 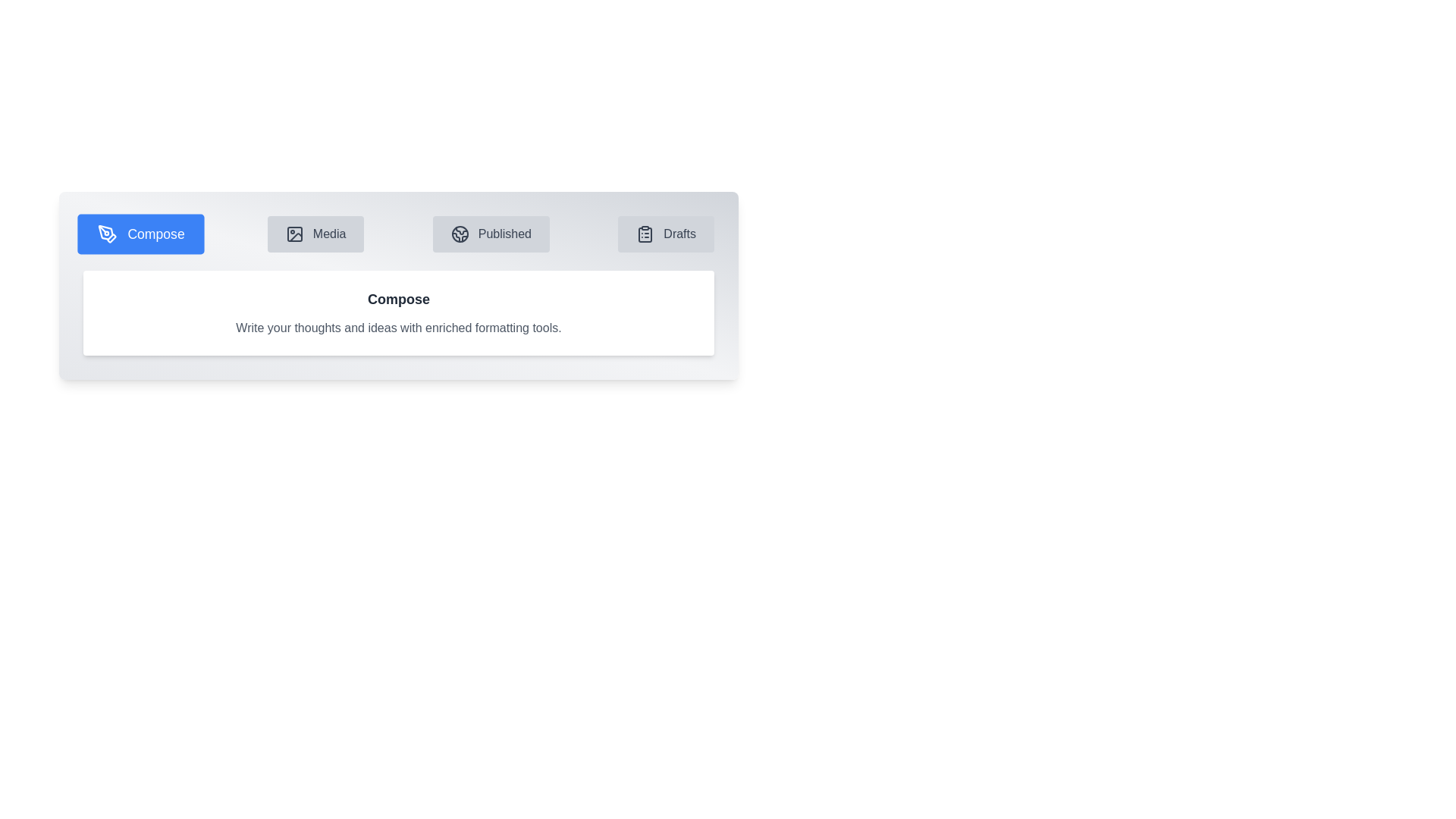 What do you see at coordinates (315, 234) in the screenshot?
I see `the Media tab to observe its visual state change` at bounding box center [315, 234].